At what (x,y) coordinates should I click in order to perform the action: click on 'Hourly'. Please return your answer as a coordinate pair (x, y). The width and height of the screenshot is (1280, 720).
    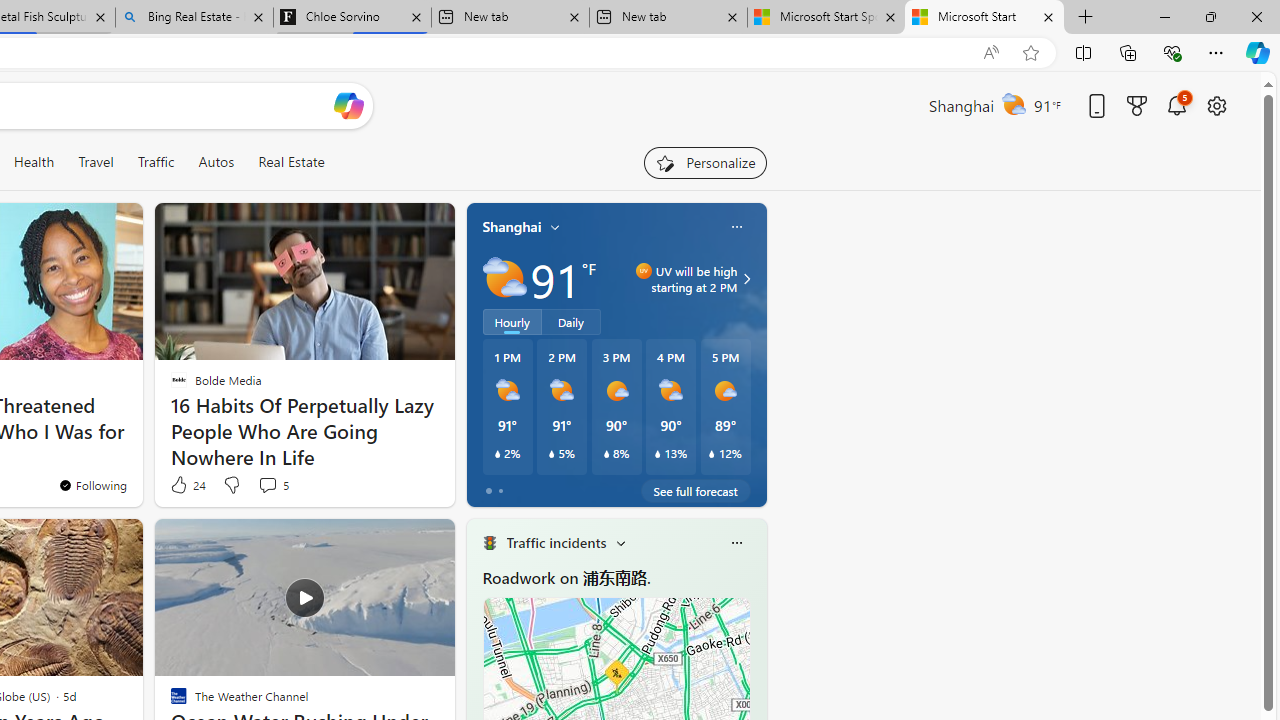
    Looking at the image, I should click on (512, 320).